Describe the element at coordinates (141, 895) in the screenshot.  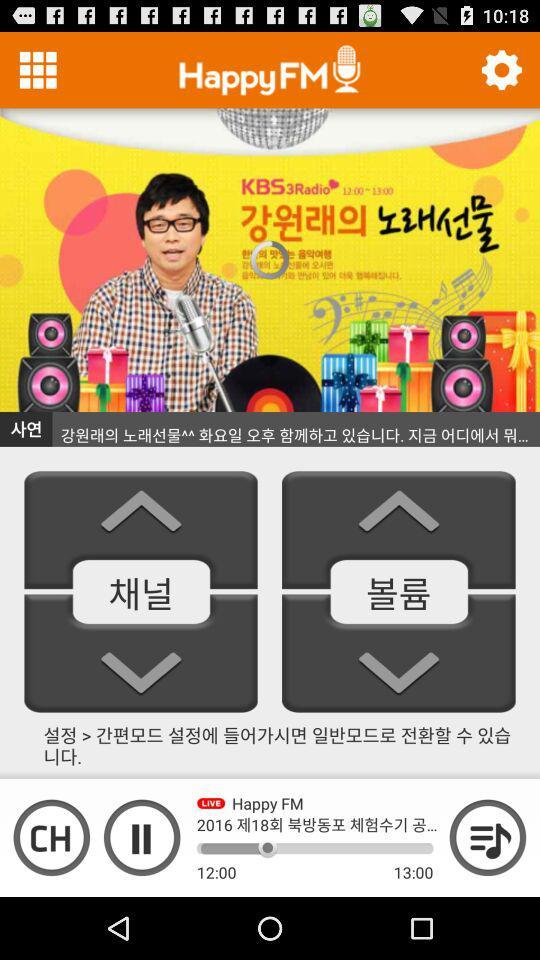
I see `the pause icon` at that location.